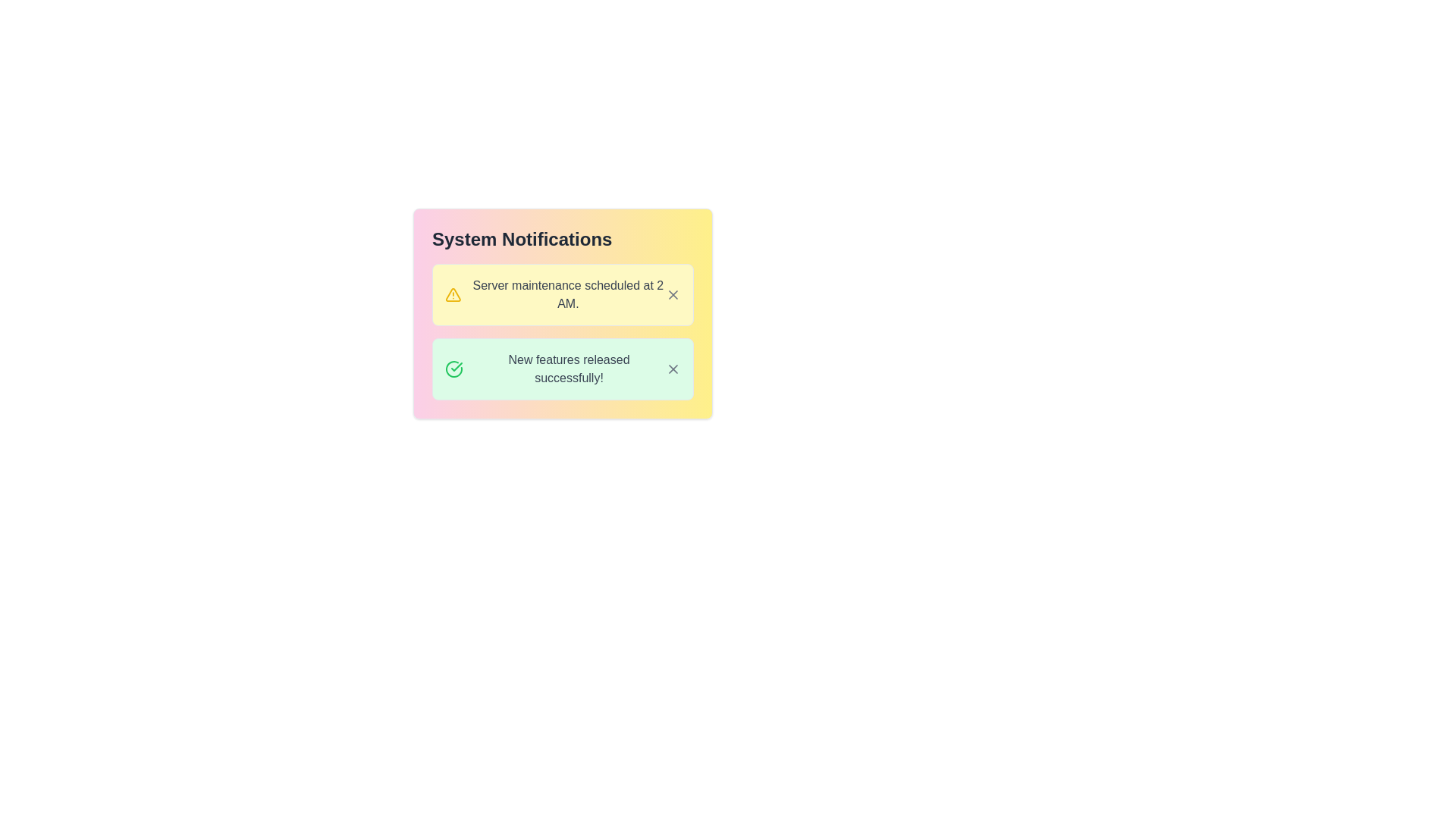 This screenshot has width=1456, height=819. Describe the element at coordinates (456, 366) in the screenshot. I see `the green checkmark icon part of the SVG graphic located to the left of the notification text 'New features released successfully!' in the second notification row` at that location.